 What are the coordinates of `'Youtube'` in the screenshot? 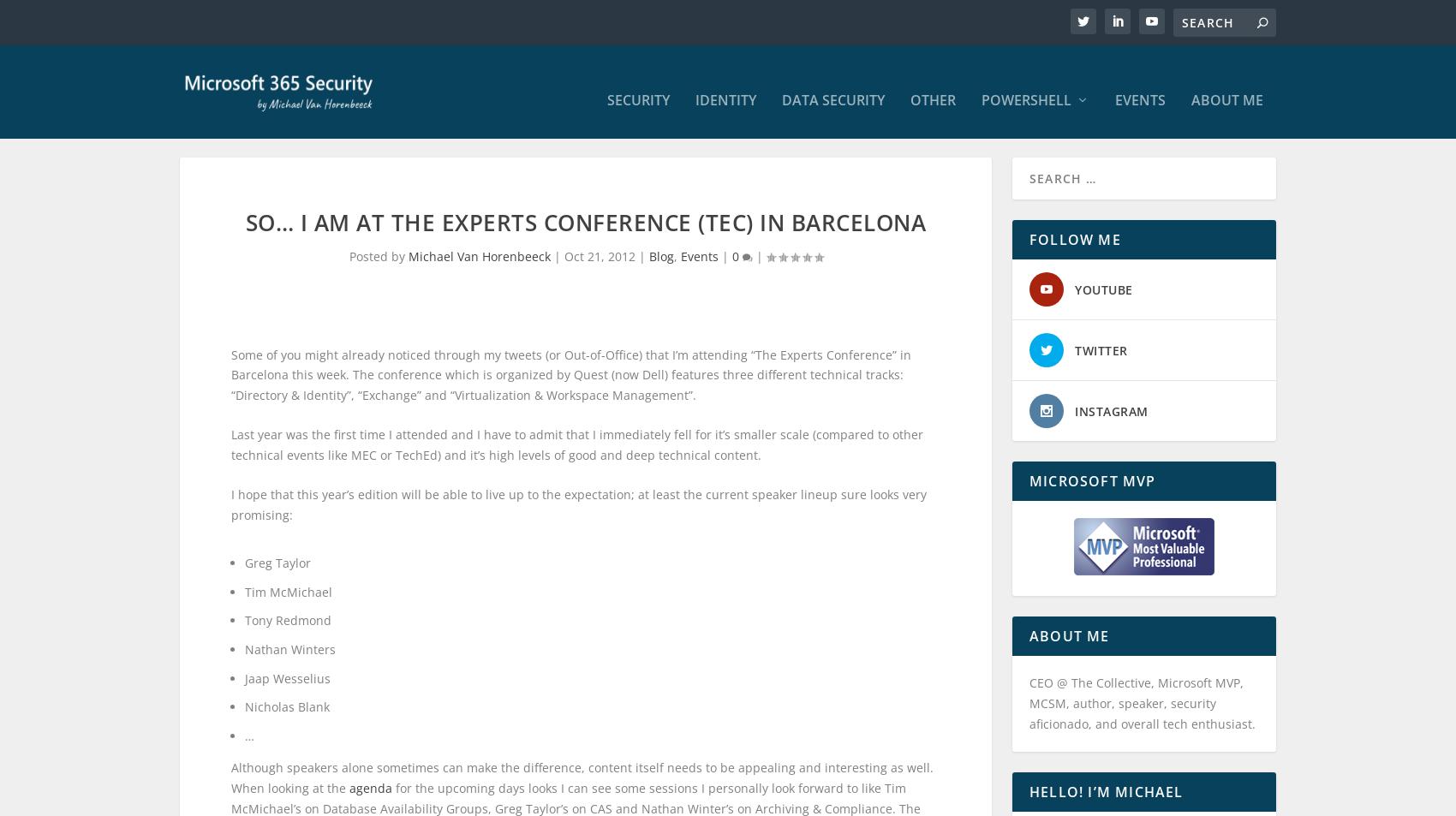 It's located at (1103, 305).